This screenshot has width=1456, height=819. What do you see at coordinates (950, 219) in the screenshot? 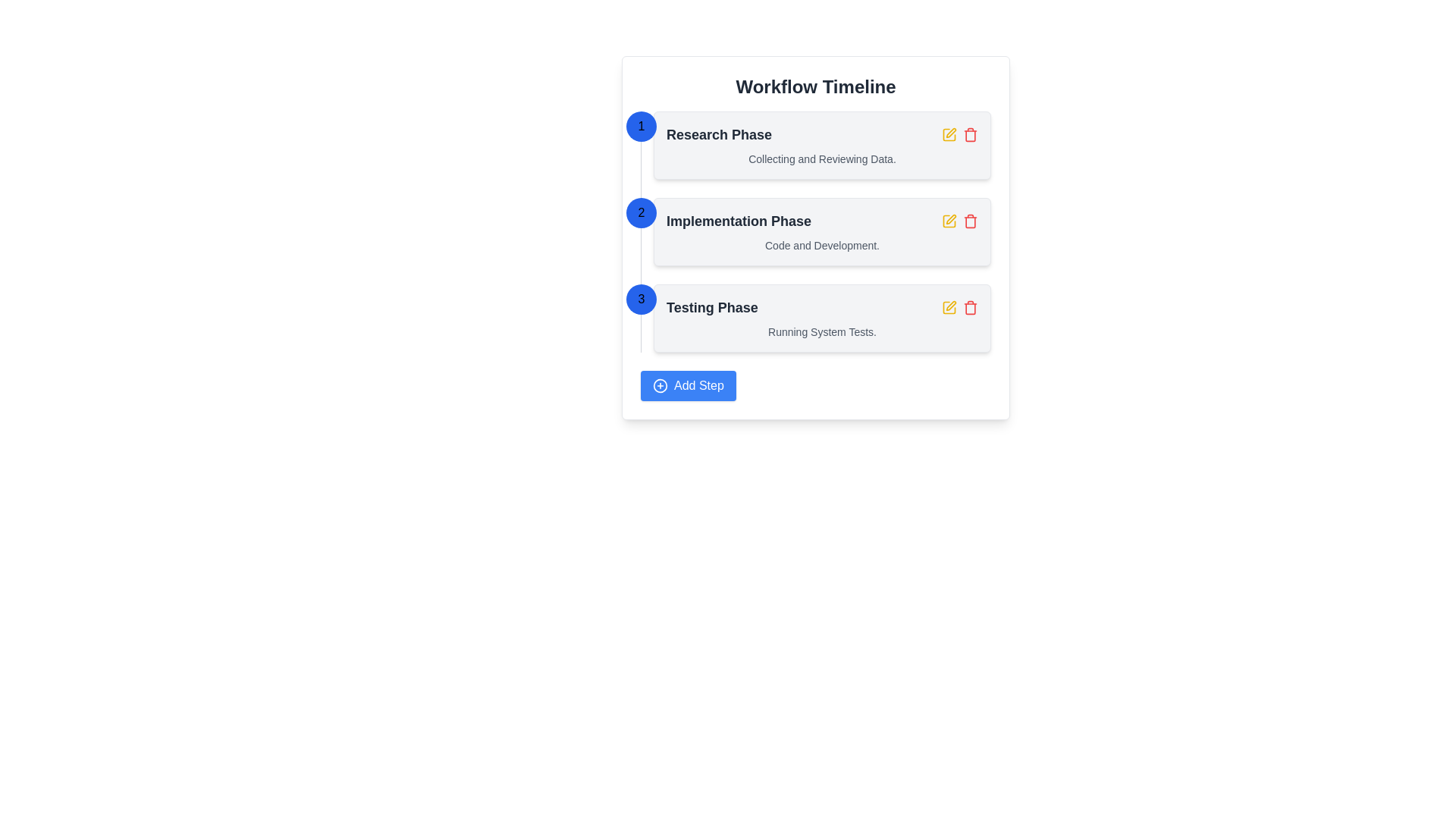
I see `the small icon button representing an editing function, located within the task item row labeled 'Implementation Phase'` at bounding box center [950, 219].